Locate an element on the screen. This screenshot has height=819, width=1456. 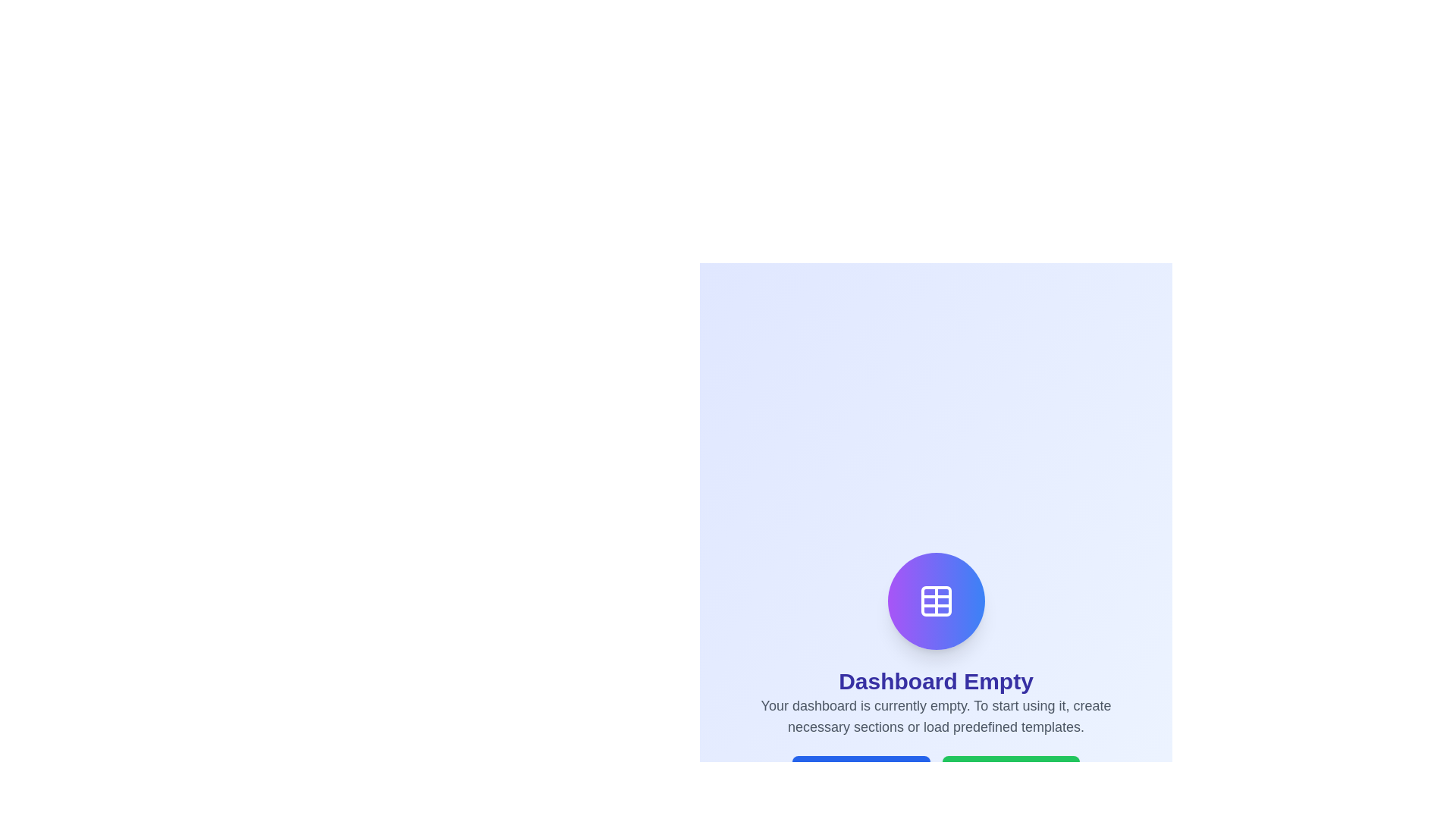
the 'Create Section' button to observe any hover effects, as it is positioned to the left of the 'Load Template' button at the bottom of the interface is located at coordinates (861, 774).